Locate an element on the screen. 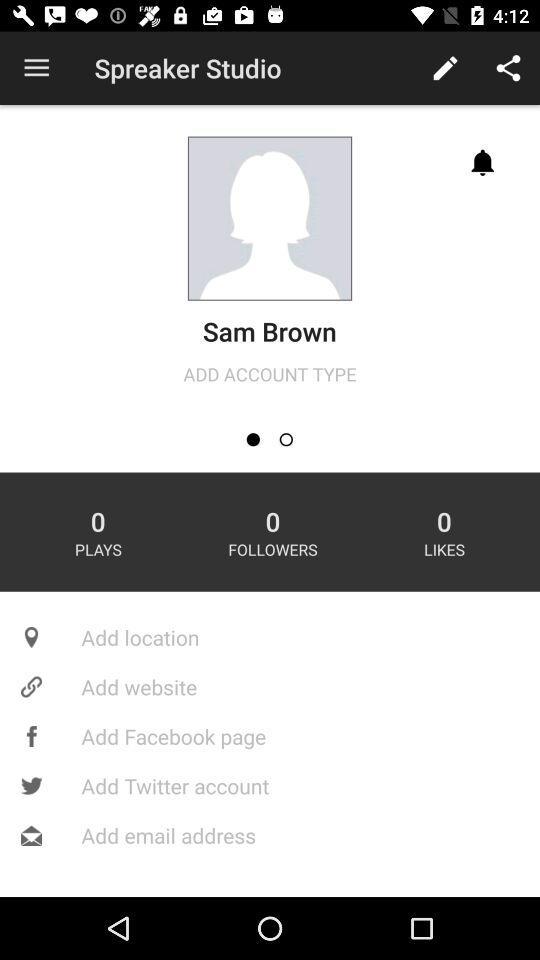  item to the left of spreaker studio item is located at coordinates (36, 68).